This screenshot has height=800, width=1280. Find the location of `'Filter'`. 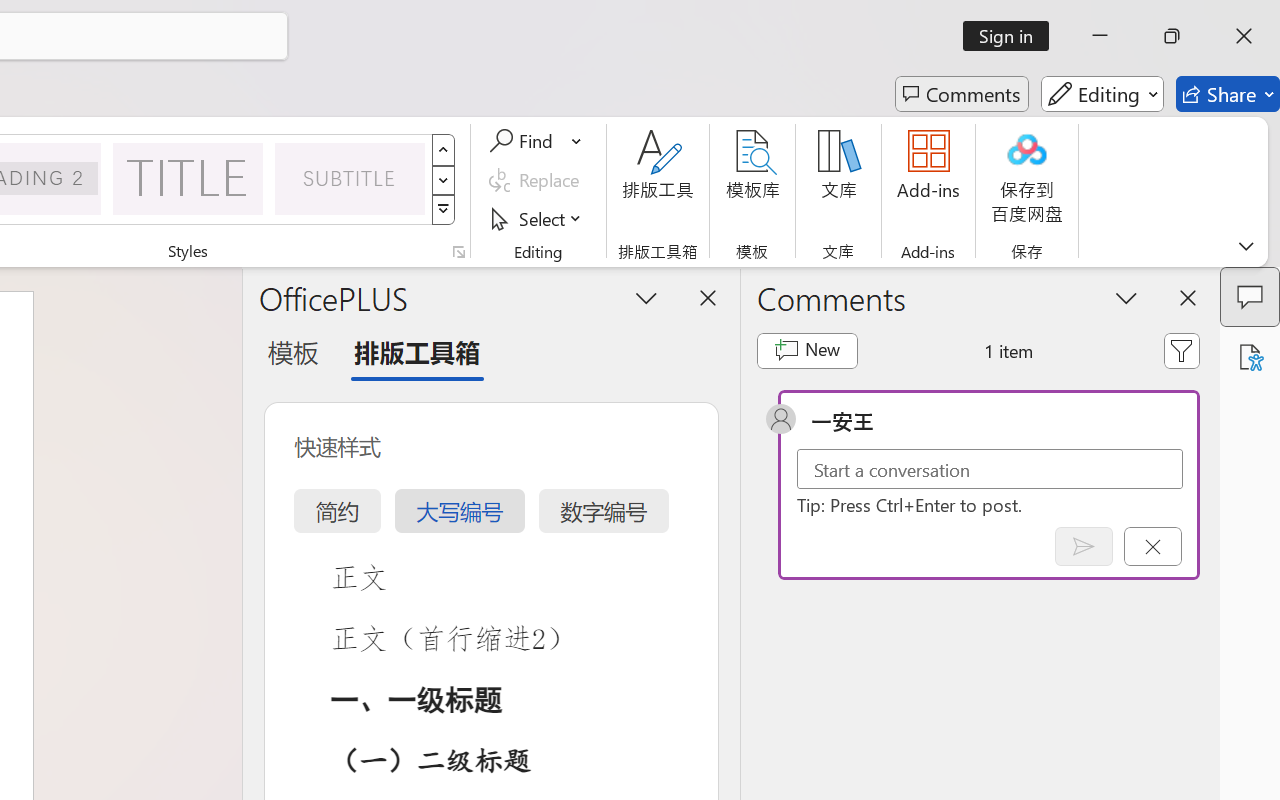

'Filter' is located at coordinates (1182, 350).